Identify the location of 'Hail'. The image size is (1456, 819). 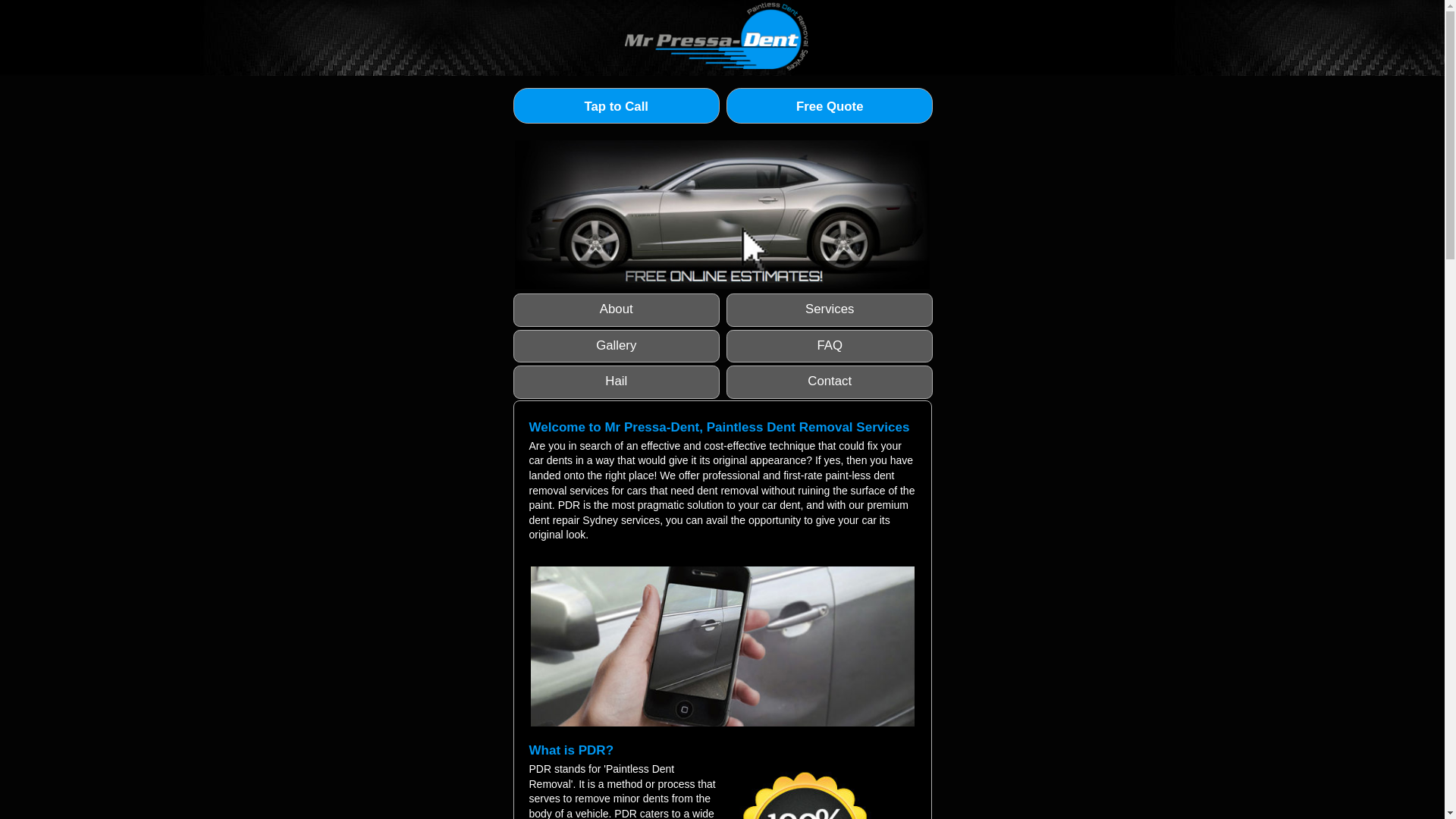
(615, 381).